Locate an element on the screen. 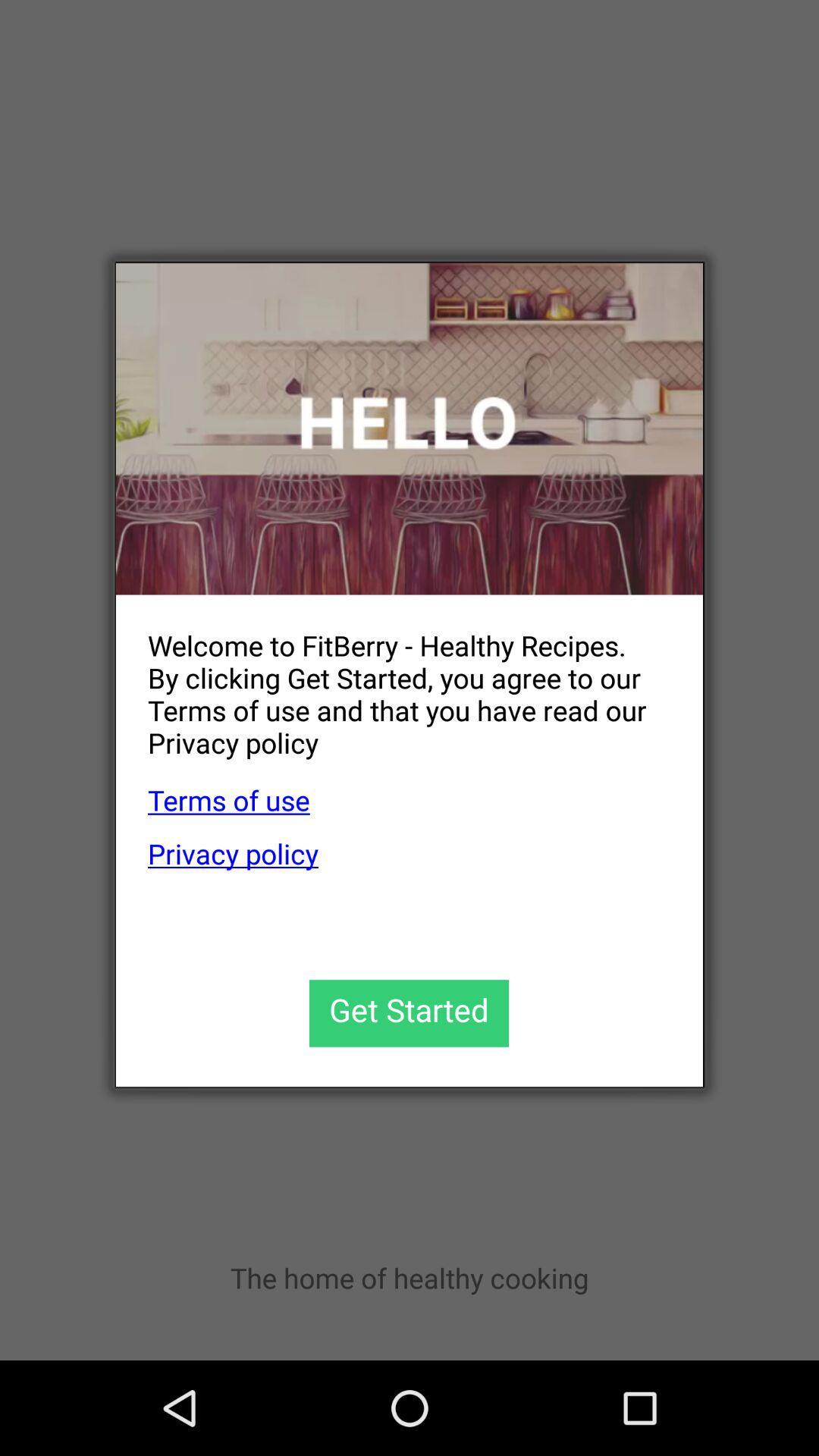 The height and width of the screenshot is (1456, 819). welcome to fitberry is located at coordinates (409, 428).